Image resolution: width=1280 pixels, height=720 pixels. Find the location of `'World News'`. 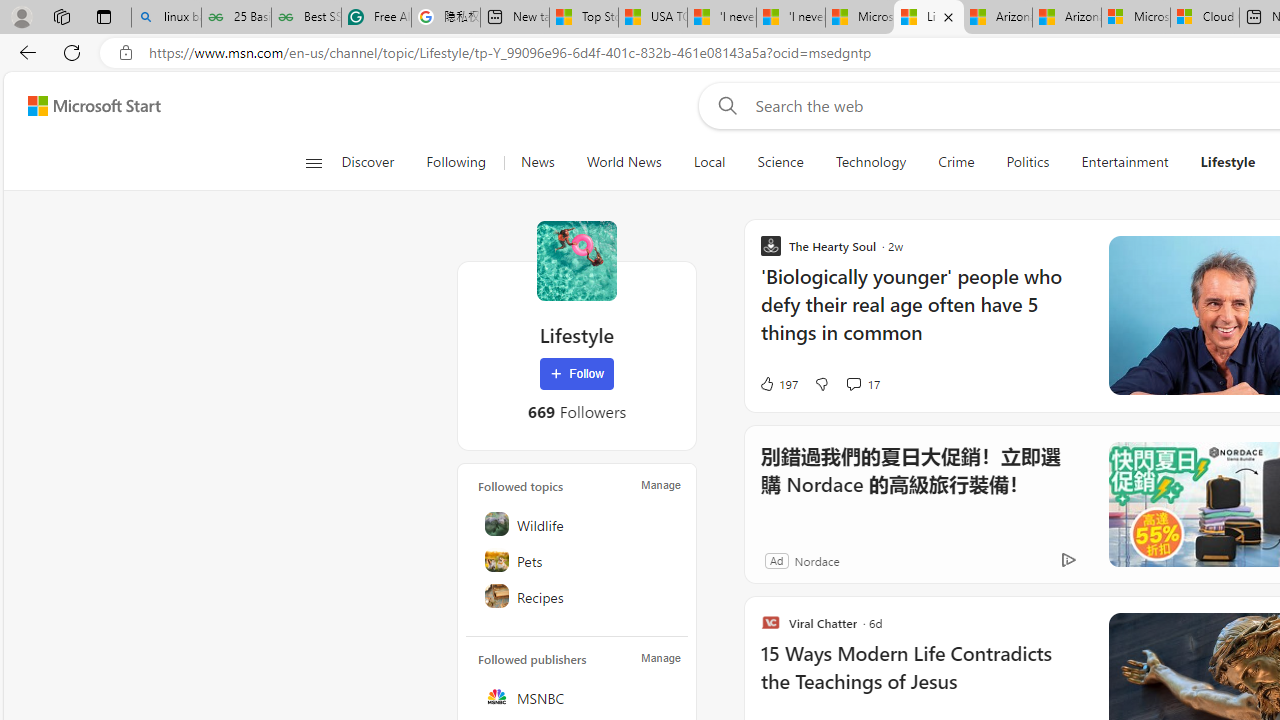

'World News' is located at coordinates (623, 162).